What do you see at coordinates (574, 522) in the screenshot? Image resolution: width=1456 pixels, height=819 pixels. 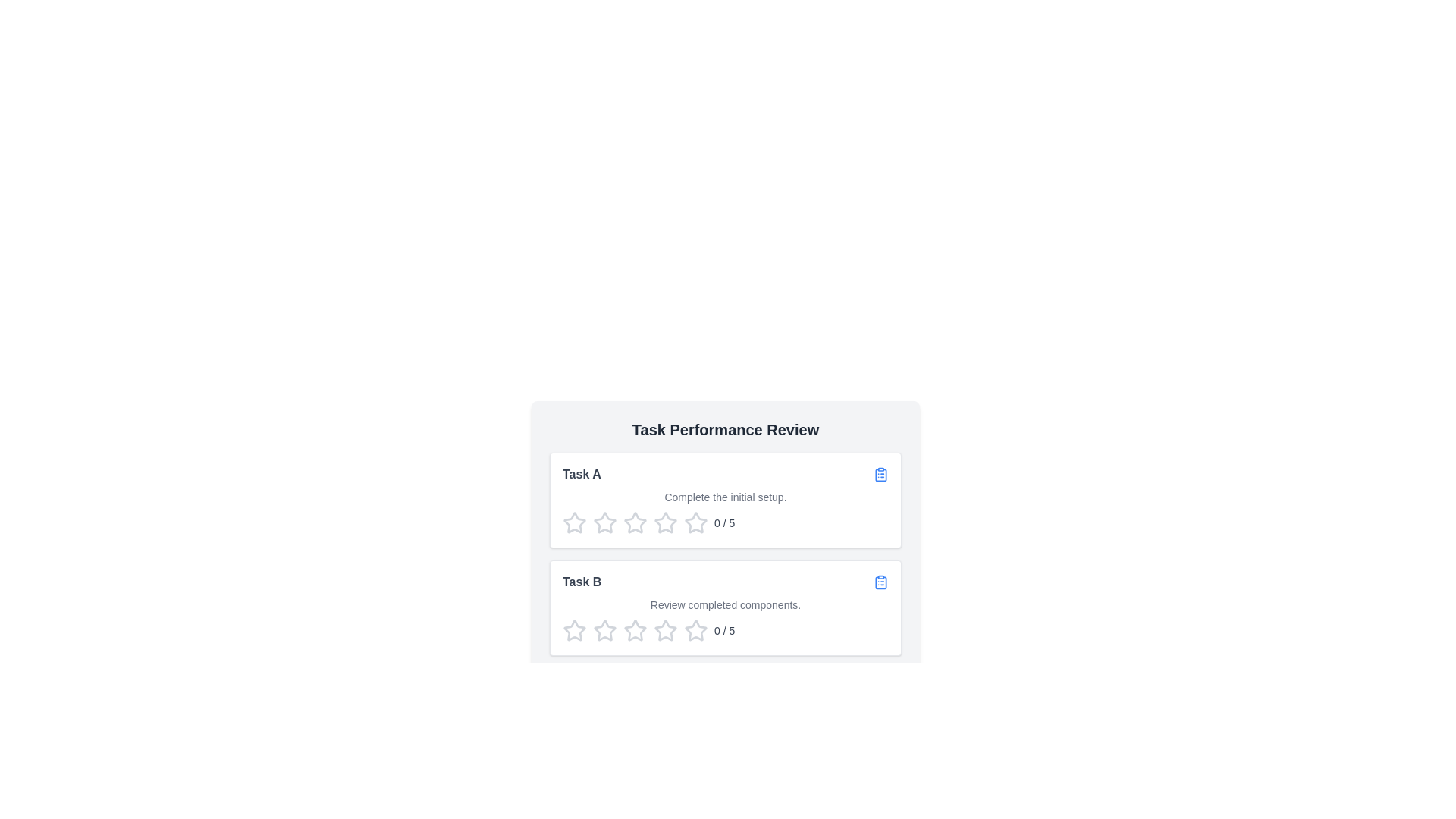 I see `the first rating star button in the top card of the interface, which allows users to give a rating of one out of five` at bounding box center [574, 522].